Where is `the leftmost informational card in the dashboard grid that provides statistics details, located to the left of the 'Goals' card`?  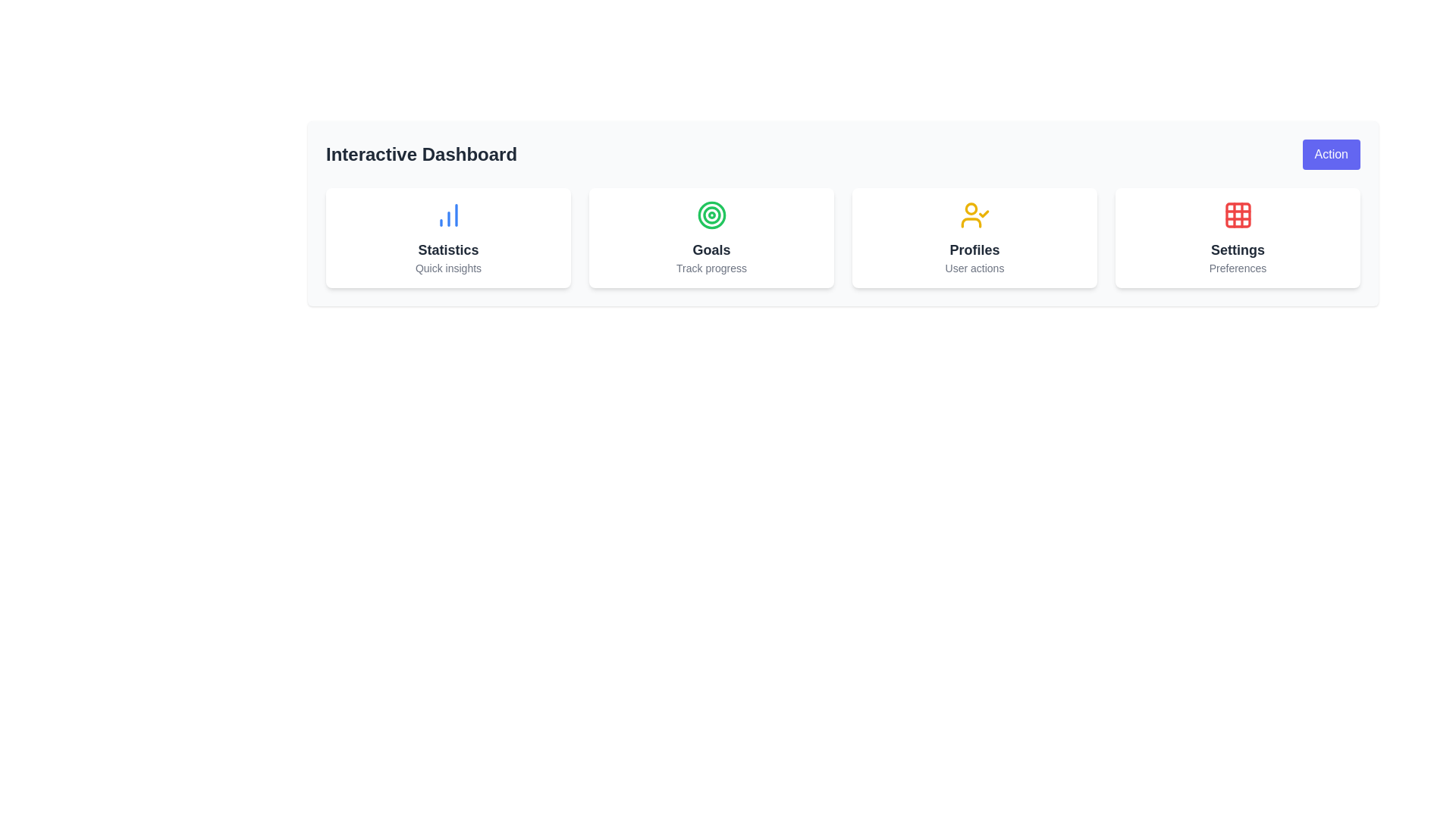 the leftmost informational card in the dashboard grid that provides statistics details, located to the left of the 'Goals' card is located at coordinates (447, 237).